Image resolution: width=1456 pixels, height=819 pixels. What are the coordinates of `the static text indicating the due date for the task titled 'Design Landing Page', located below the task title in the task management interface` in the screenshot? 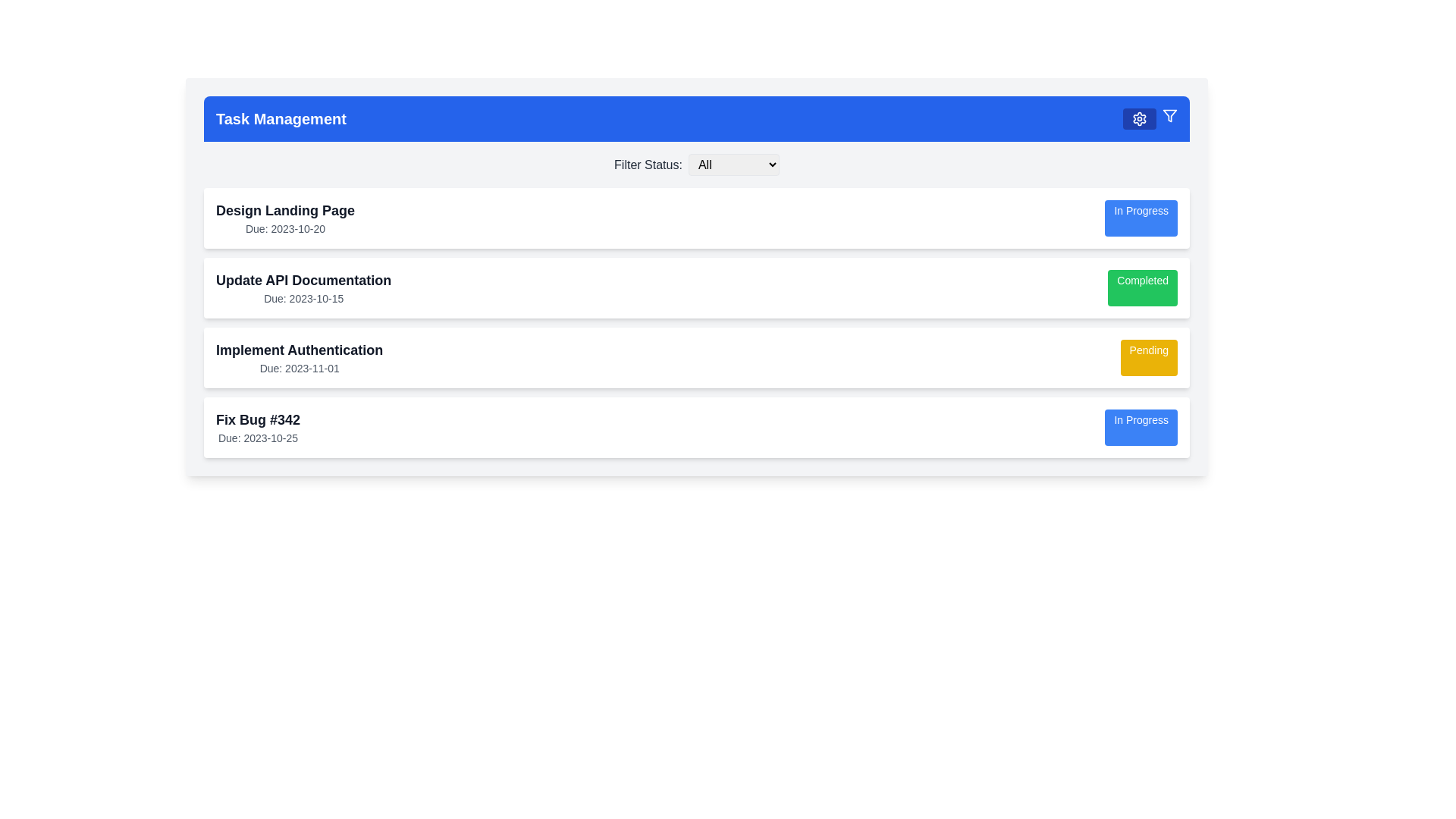 It's located at (285, 228).